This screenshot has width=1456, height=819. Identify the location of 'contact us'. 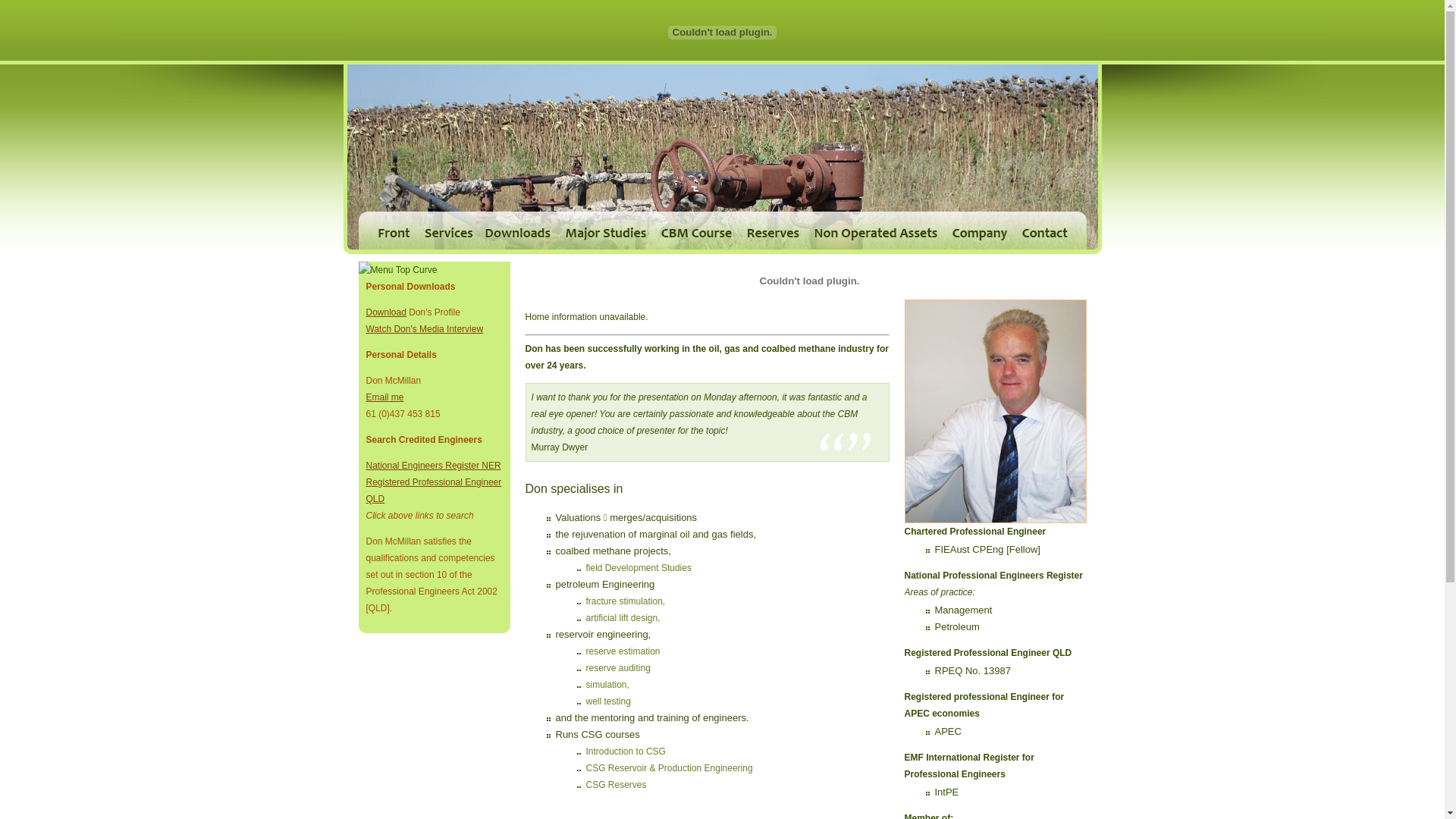
(1050, 231).